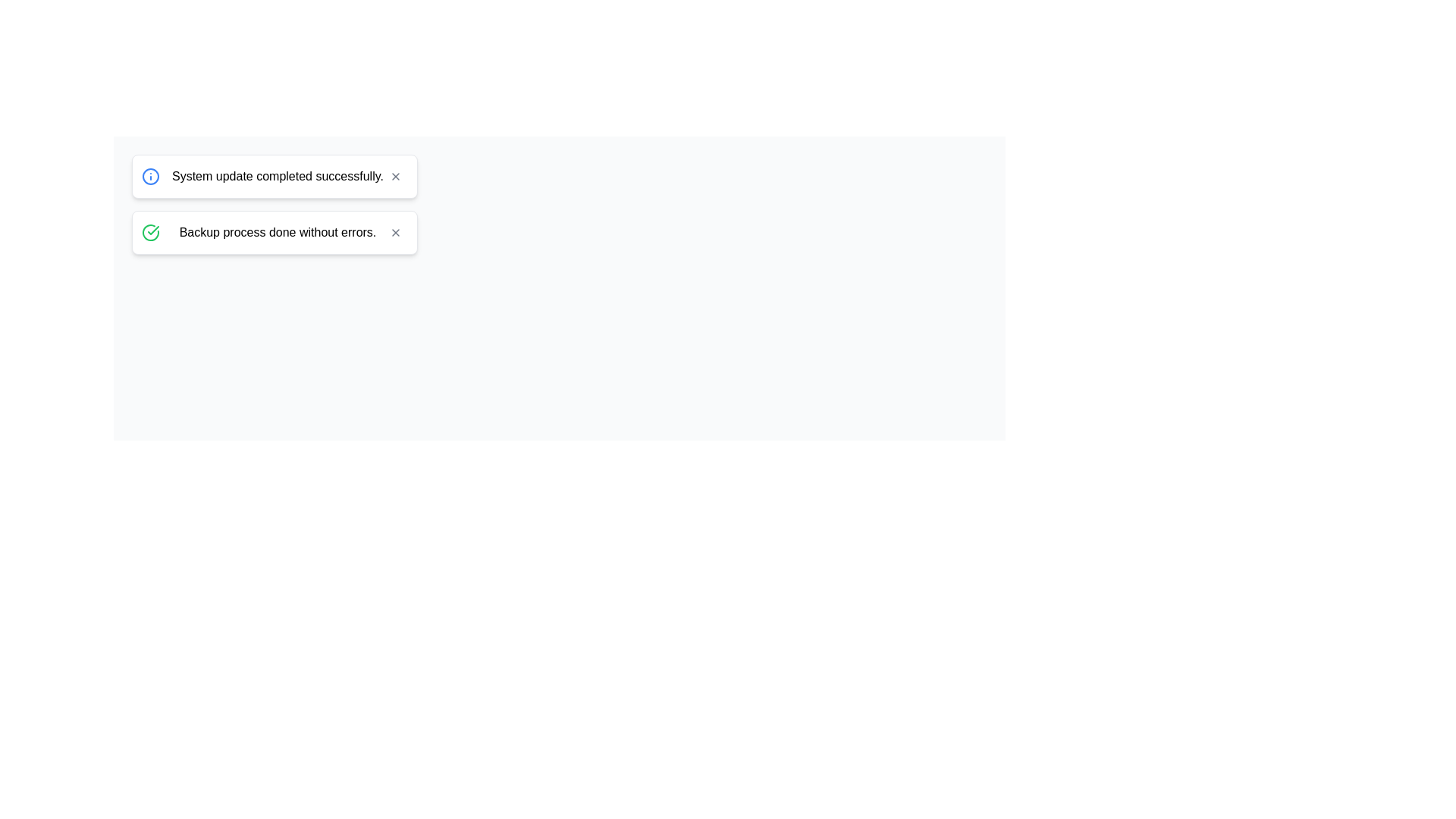 Image resolution: width=1456 pixels, height=819 pixels. I want to click on the close button (icon) located in the top-right corner of the second notification card, so click(395, 233).